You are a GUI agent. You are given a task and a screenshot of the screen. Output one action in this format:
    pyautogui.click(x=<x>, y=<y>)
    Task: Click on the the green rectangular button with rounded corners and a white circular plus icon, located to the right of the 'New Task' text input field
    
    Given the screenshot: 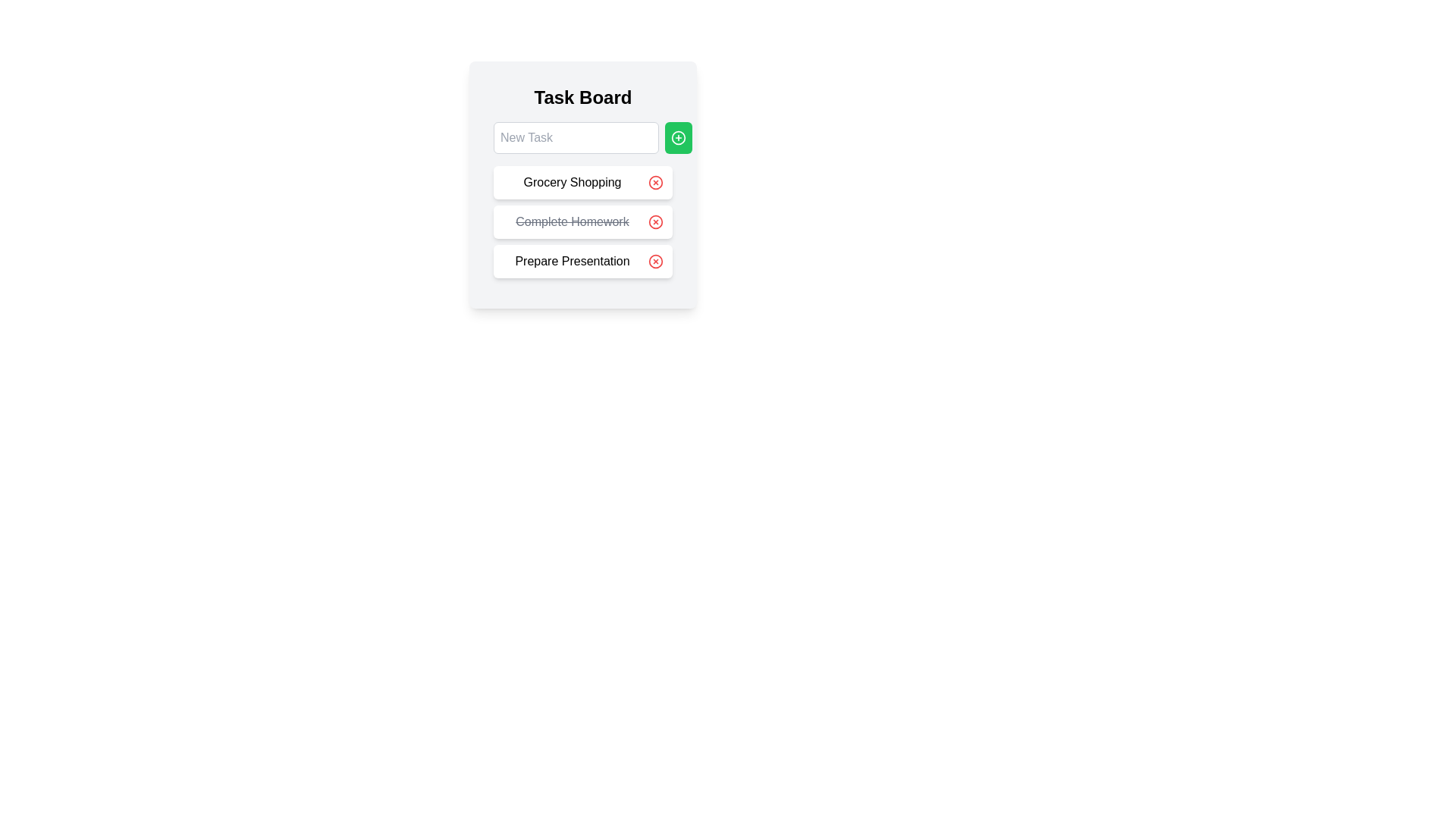 What is the action you would take?
    pyautogui.click(x=677, y=137)
    